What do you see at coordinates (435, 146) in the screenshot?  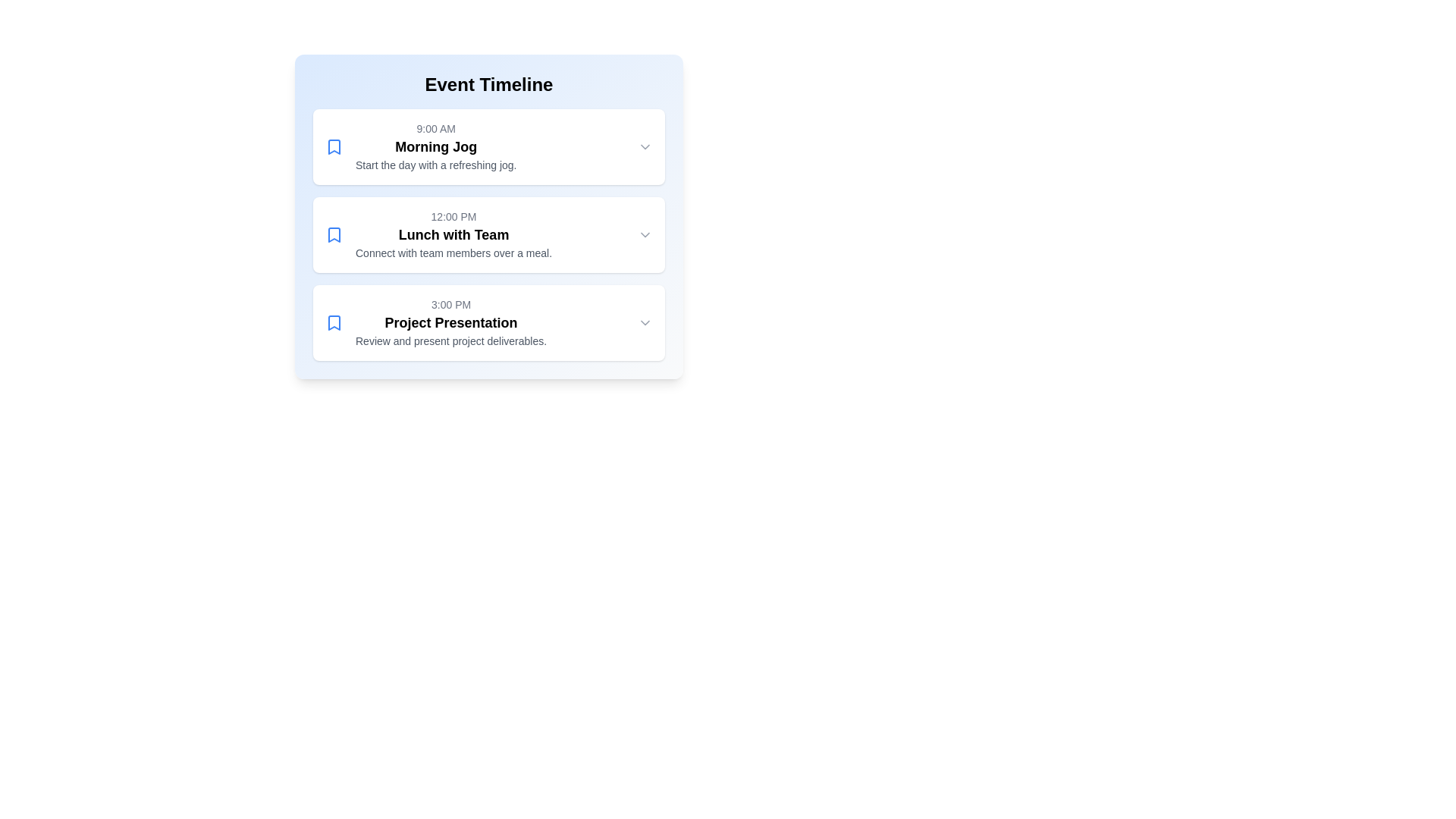 I see `to select the 'Morning Jog' text label located in the 'Event Timeline' section, positioned between '9:00 AM' and 'Start the day with a refreshing jog.'` at bounding box center [435, 146].